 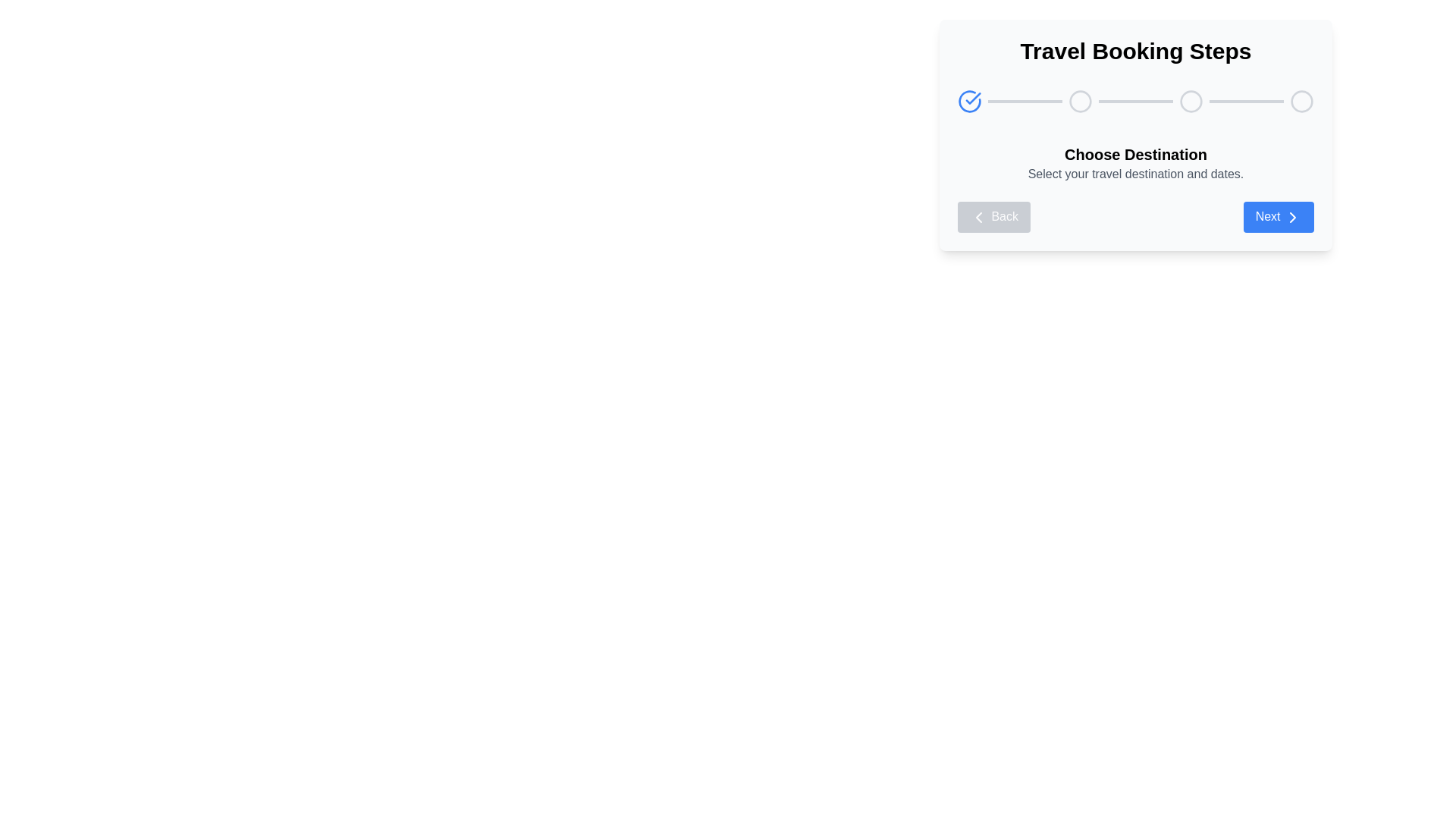 What do you see at coordinates (1301, 102) in the screenshot?
I see `the fifth circular icon (progress indicator) in the header of the 'Travel Booking Steps' module, which is represented by a light gray stroke outline with no fill` at bounding box center [1301, 102].